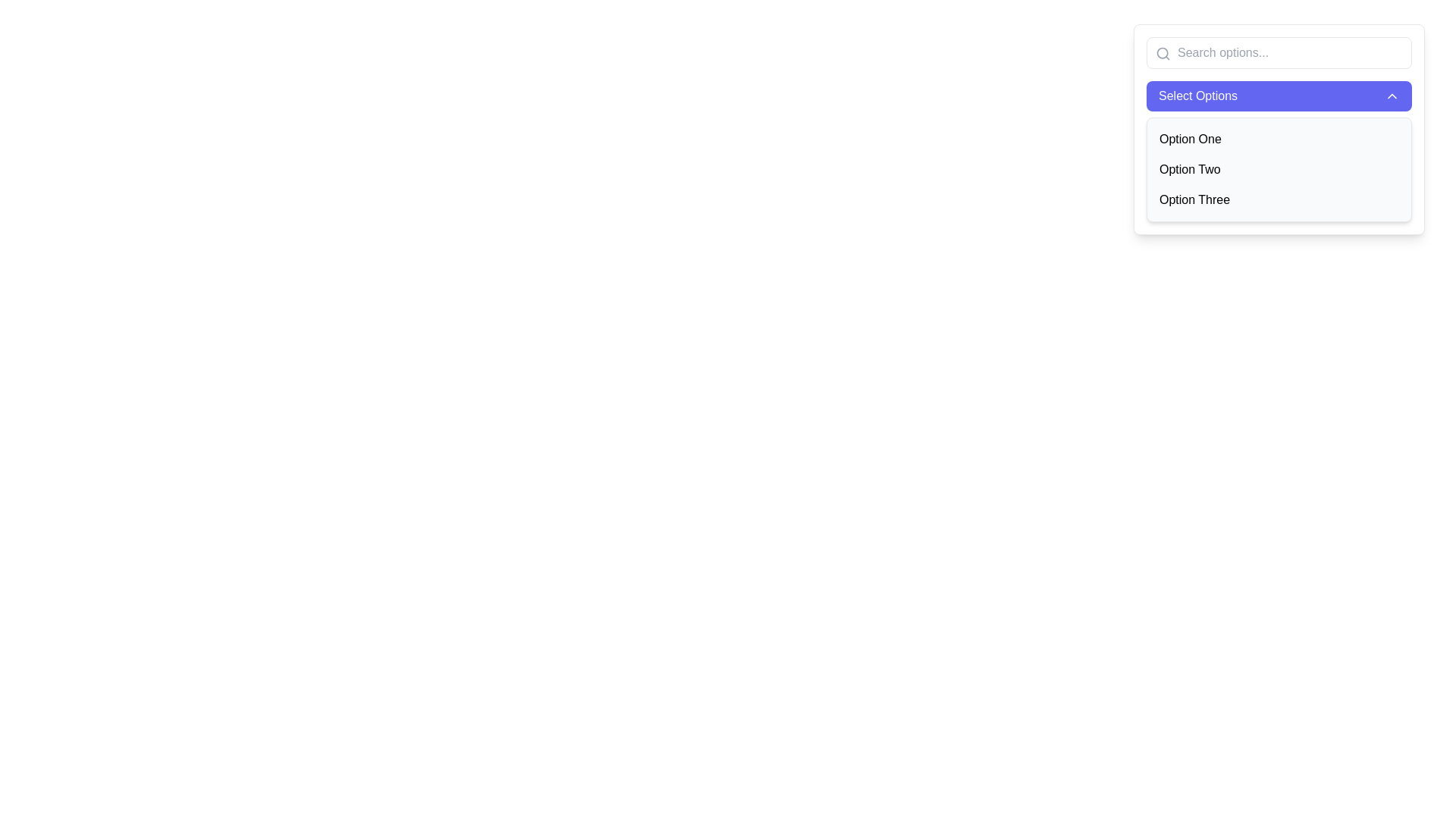 The width and height of the screenshot is (1456, 819). What do you see at coordinates (1189, 169) in the screenshot?
I see `the 'Option Two' text label in the dropdown menu` at bounding box center [1189, 169].